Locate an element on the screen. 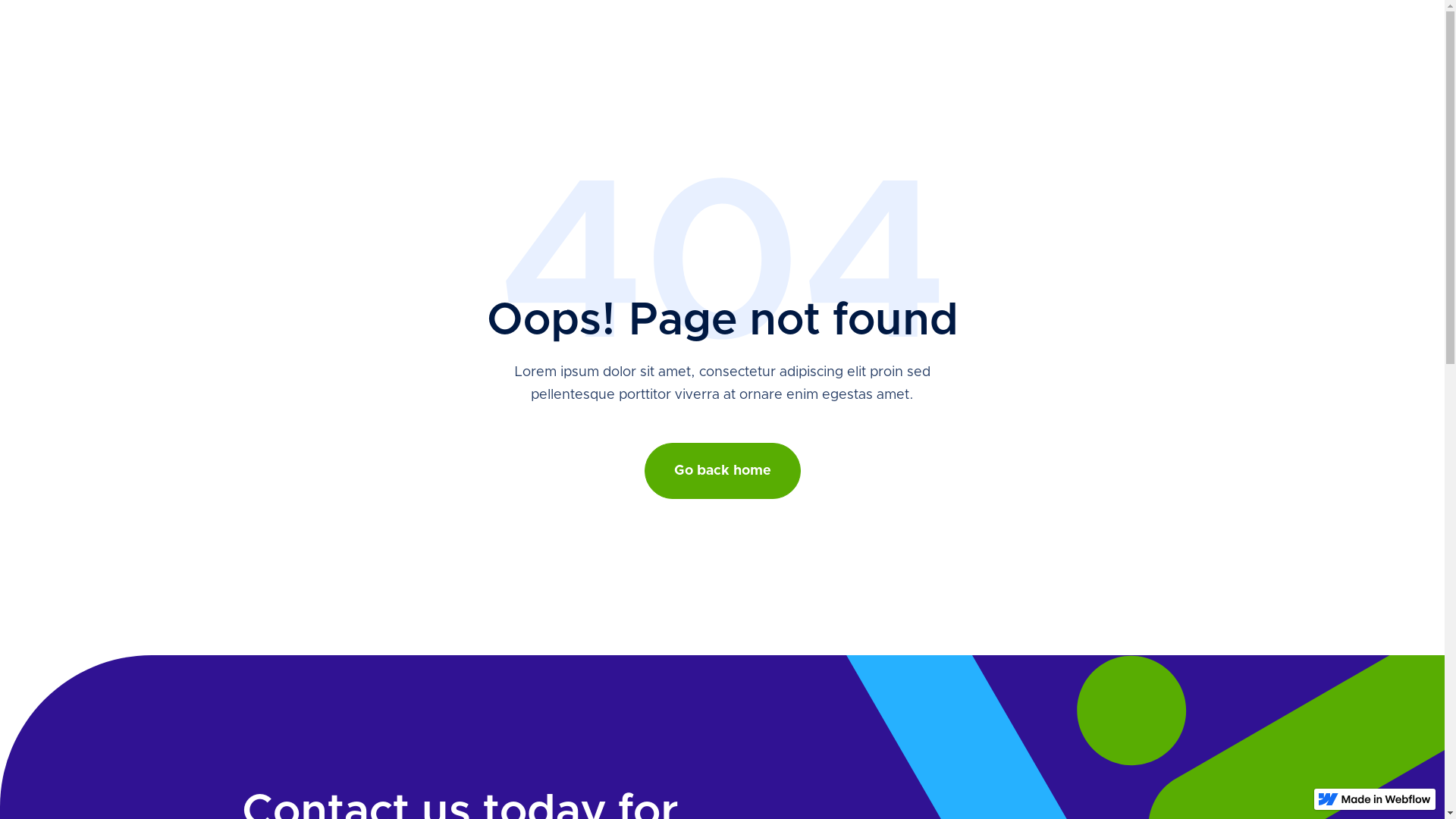 The height and width of the screenshot is (819, 1456). 'Go back home' is located at coordinates (644, 470).